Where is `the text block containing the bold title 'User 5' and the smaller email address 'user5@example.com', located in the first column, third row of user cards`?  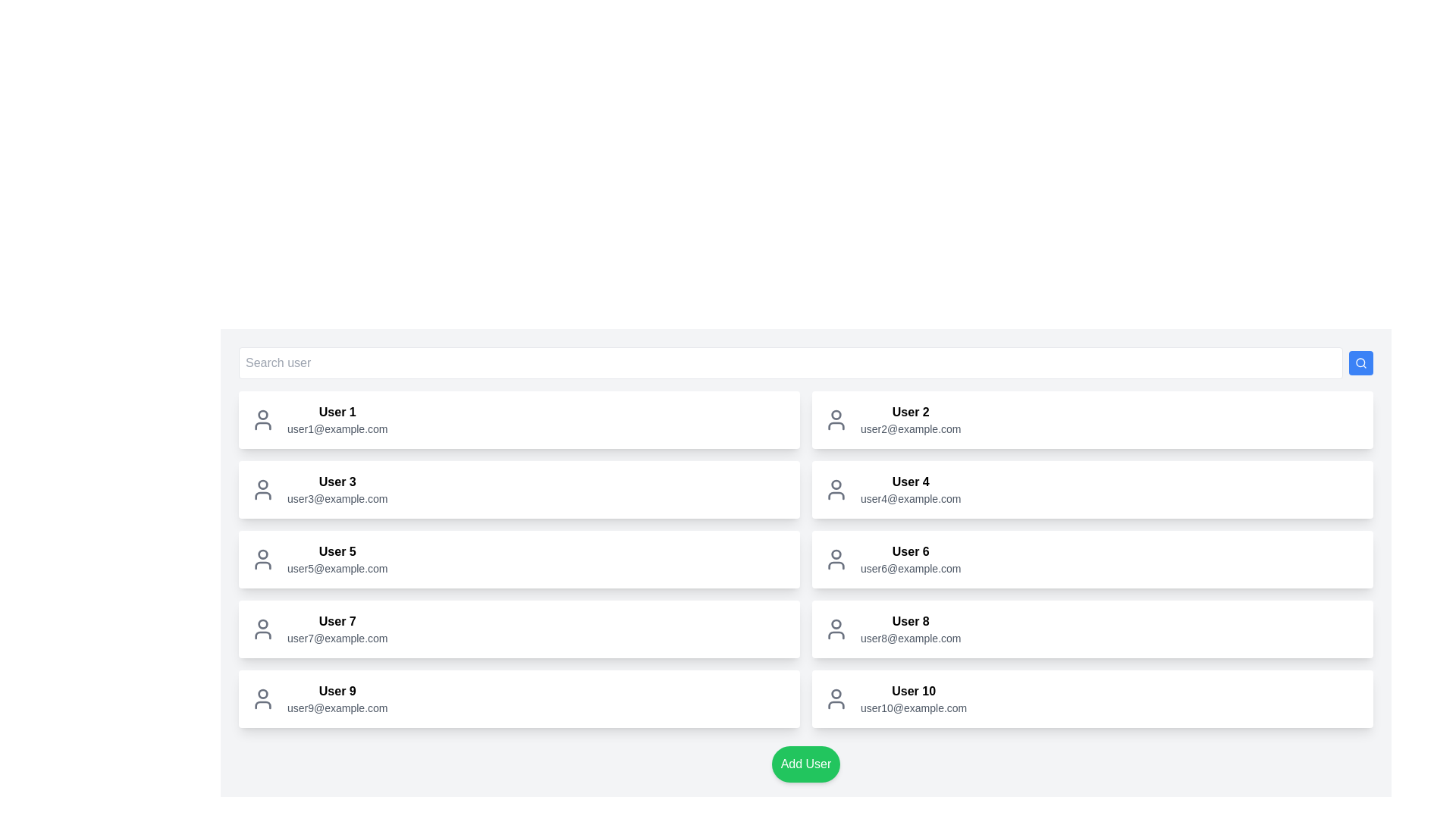 the text block containing the bold title 'User 5' and the smaller email address 'user5@example.com', located in the first column, third row of user cards is located at coordinates (337, 559).